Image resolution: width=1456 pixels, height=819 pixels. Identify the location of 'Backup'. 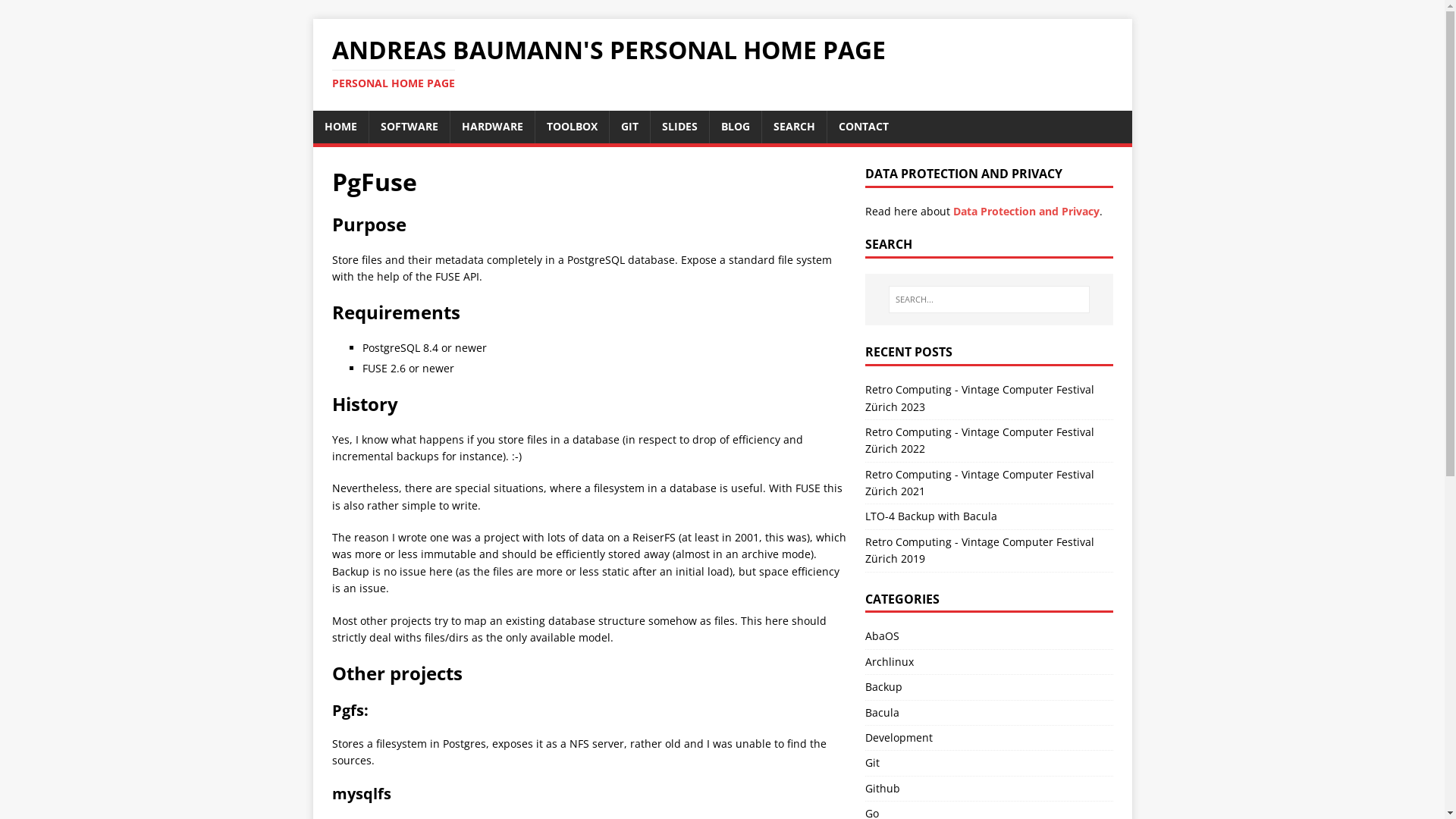
(883, 686).